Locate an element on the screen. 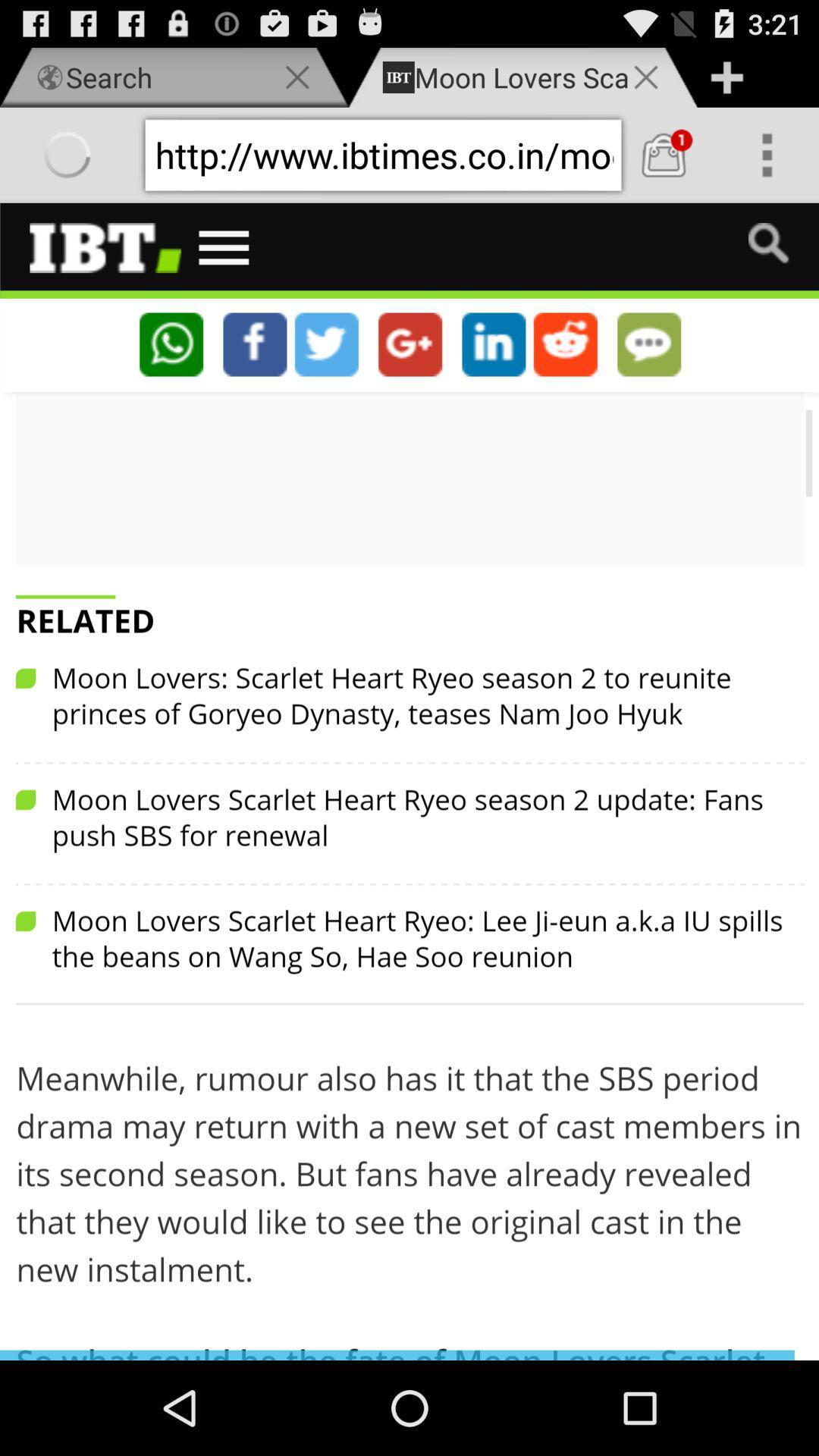 The image size is (819, 1456). the add icon is located at coordinates (726, 82).